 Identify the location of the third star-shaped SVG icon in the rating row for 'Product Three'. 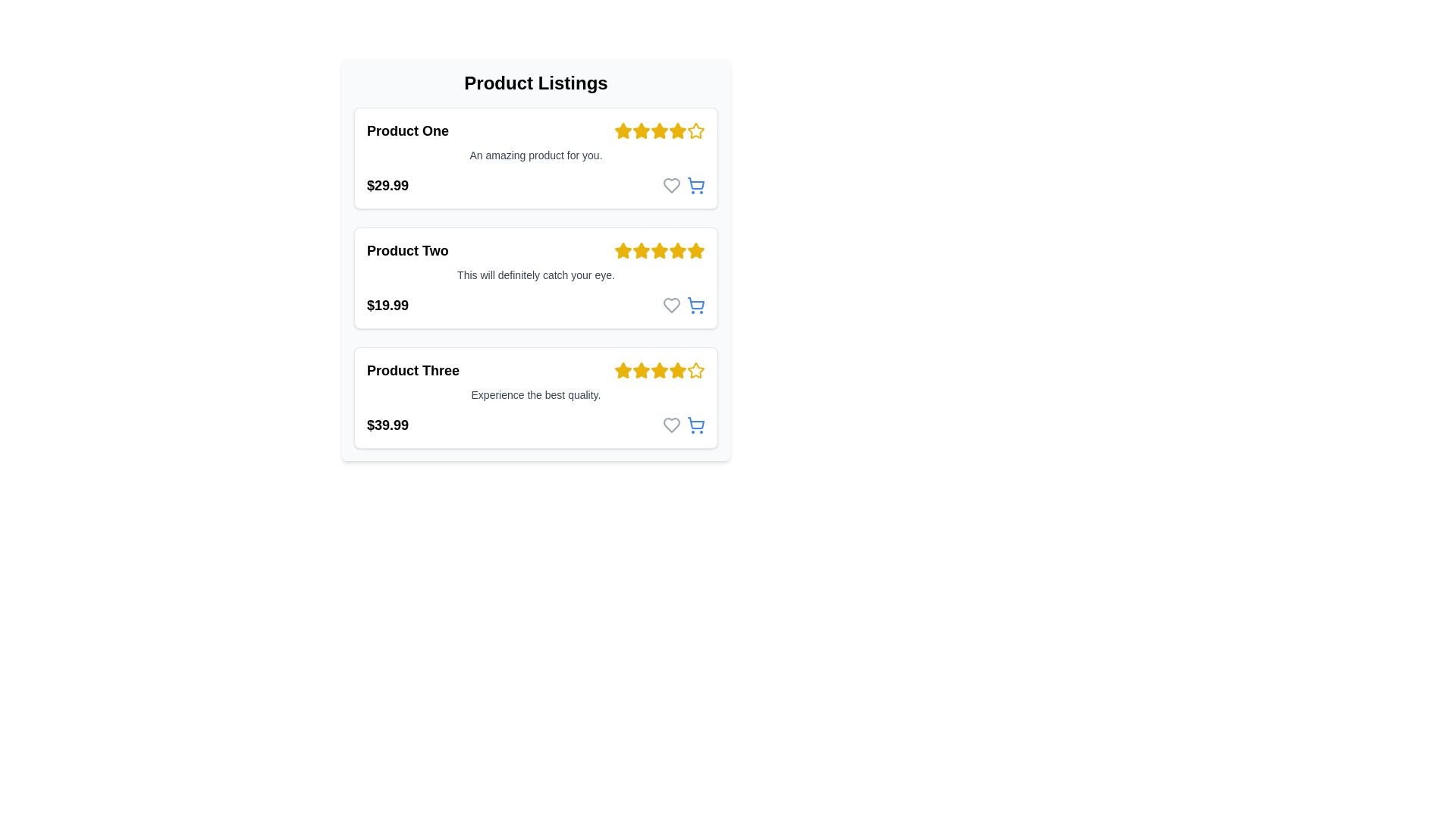
(623, 370).